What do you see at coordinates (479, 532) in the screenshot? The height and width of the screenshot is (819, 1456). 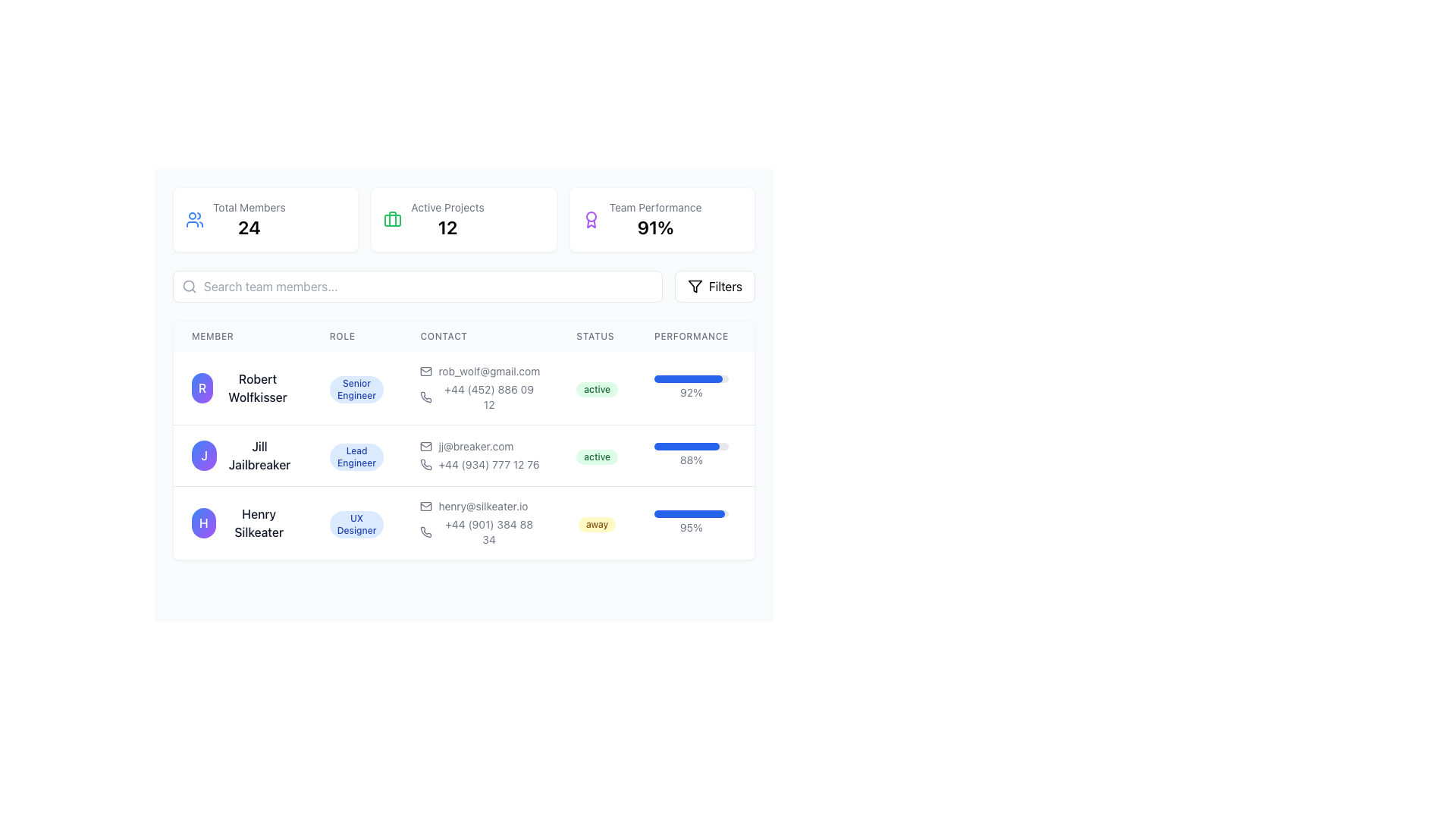 I see `the phone number text display, which is styled in a small gray font and located below the email address 'henry@silkeater.io', part of a table listing contact information, positioned to the right of a phone icon` at bounding box center [479, 532].